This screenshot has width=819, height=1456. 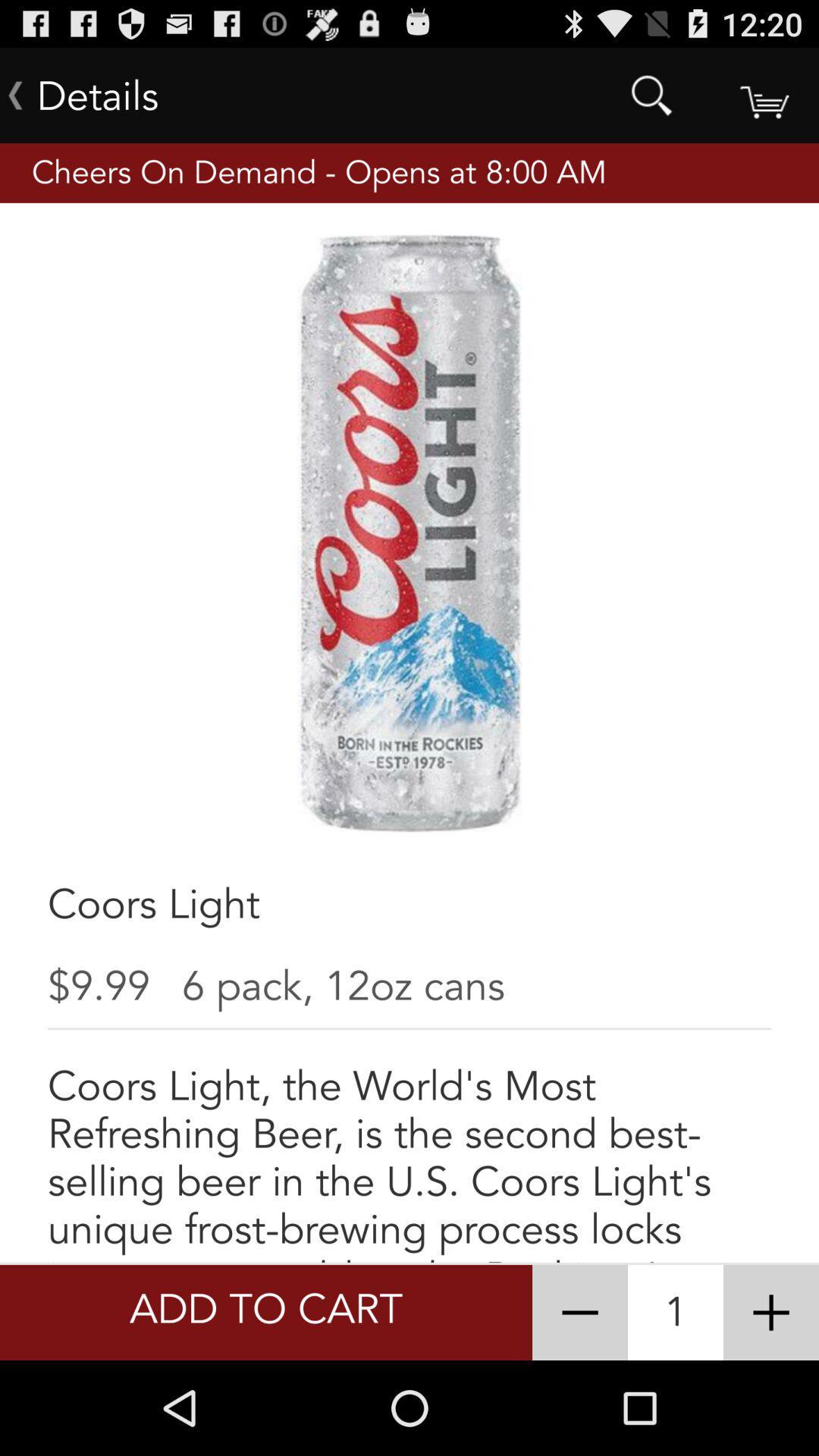 I want to click on the app next to the details icon, so click(x=651, y=94).